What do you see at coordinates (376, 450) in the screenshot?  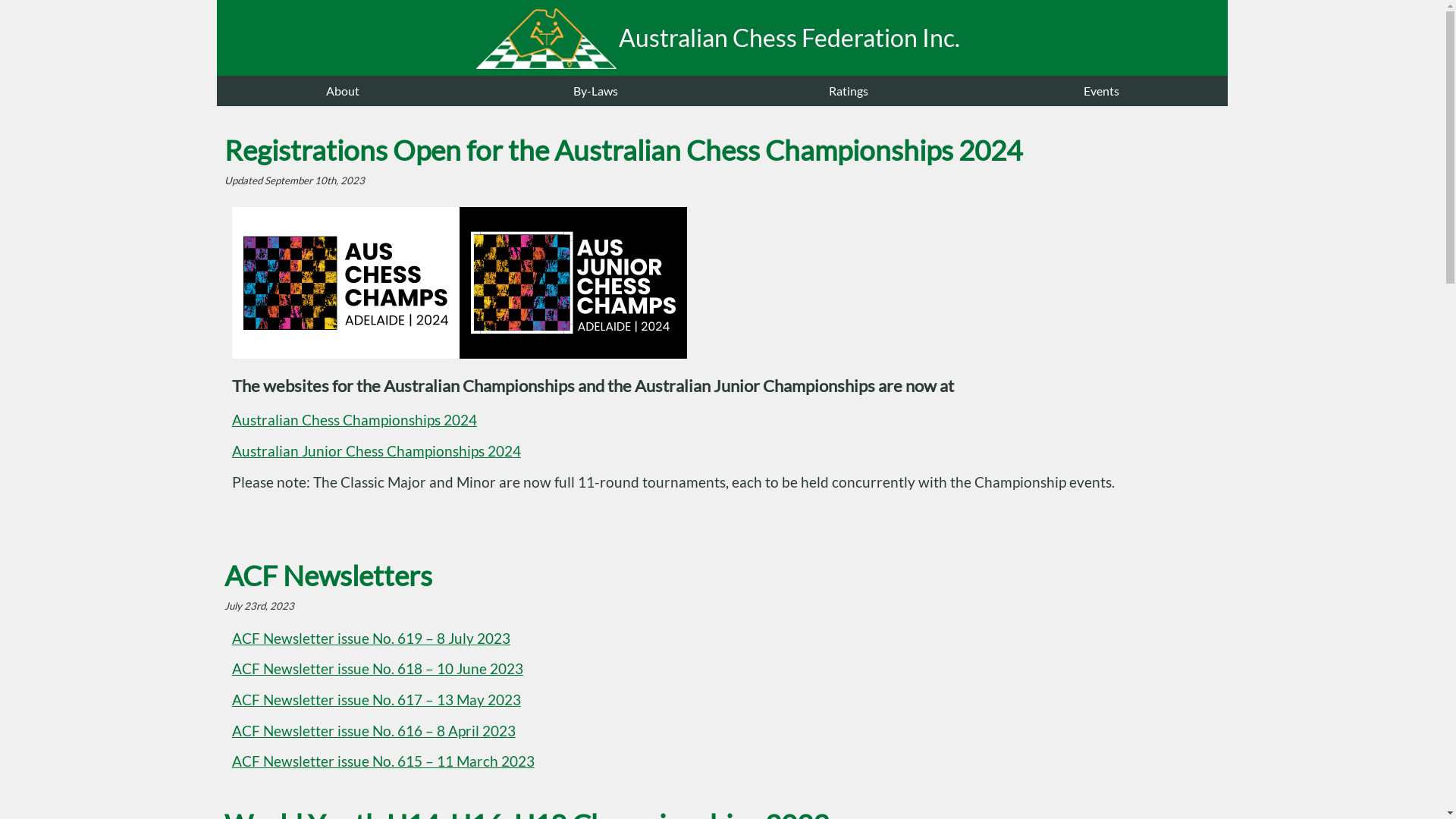 I see `'Australian Junior Chess Championships 2024'` at bounding box center [376, 450].